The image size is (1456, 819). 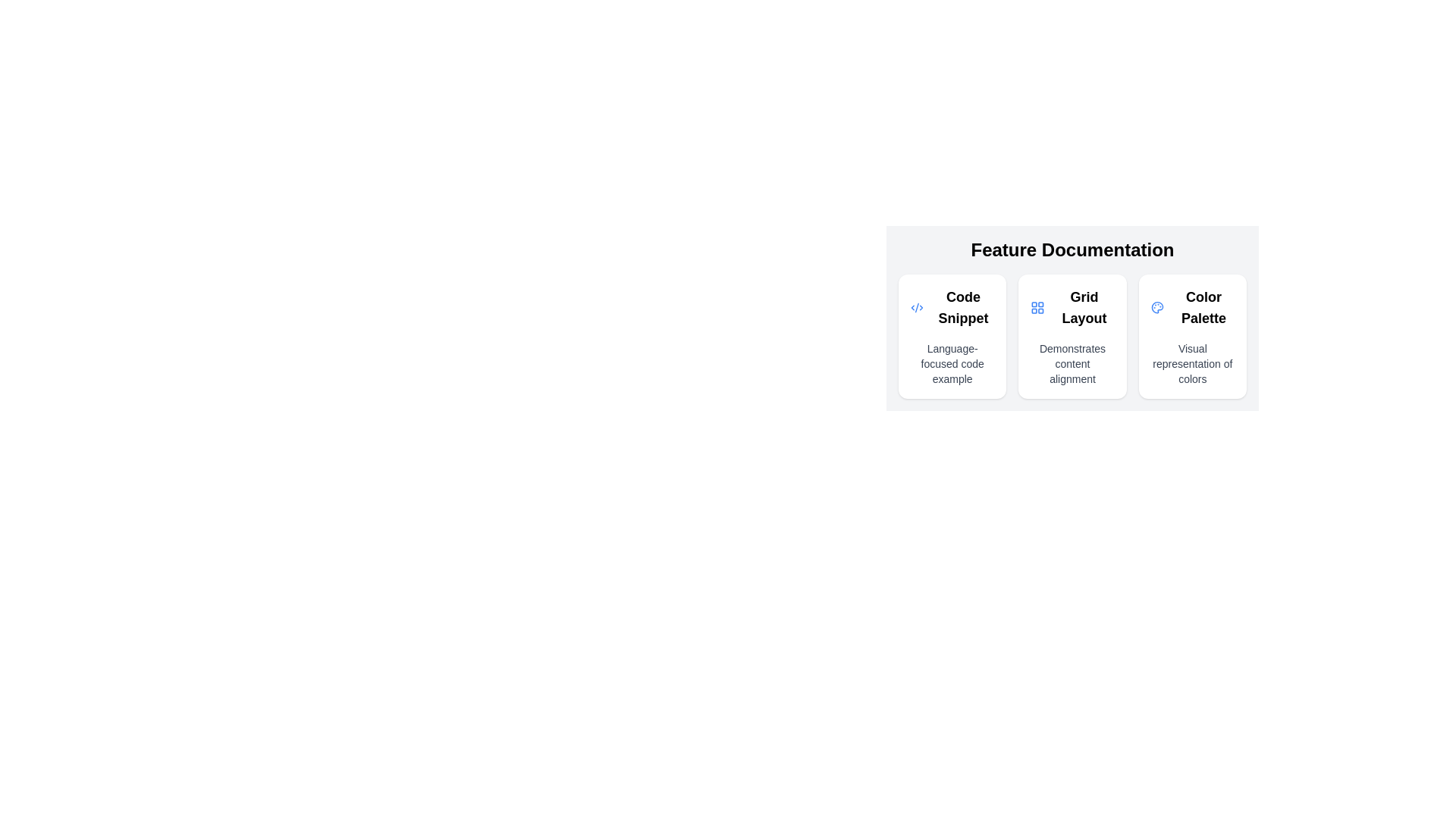 I want to click on descriptive text block located below the main heading of the 'Grid Layout' section, so click(x=1072, y=363).